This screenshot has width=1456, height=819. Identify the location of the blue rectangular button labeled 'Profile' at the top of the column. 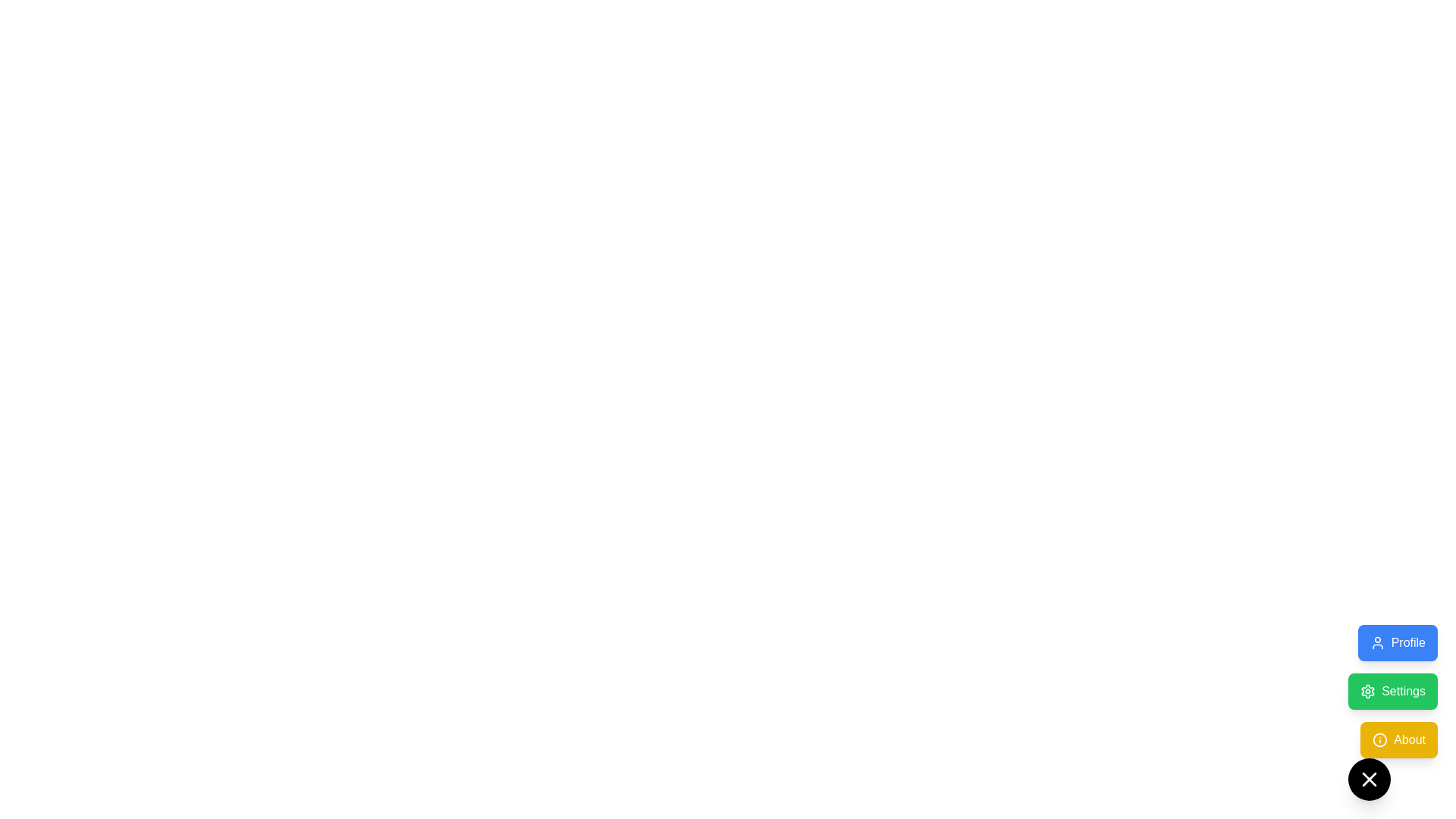
(1397, 643).